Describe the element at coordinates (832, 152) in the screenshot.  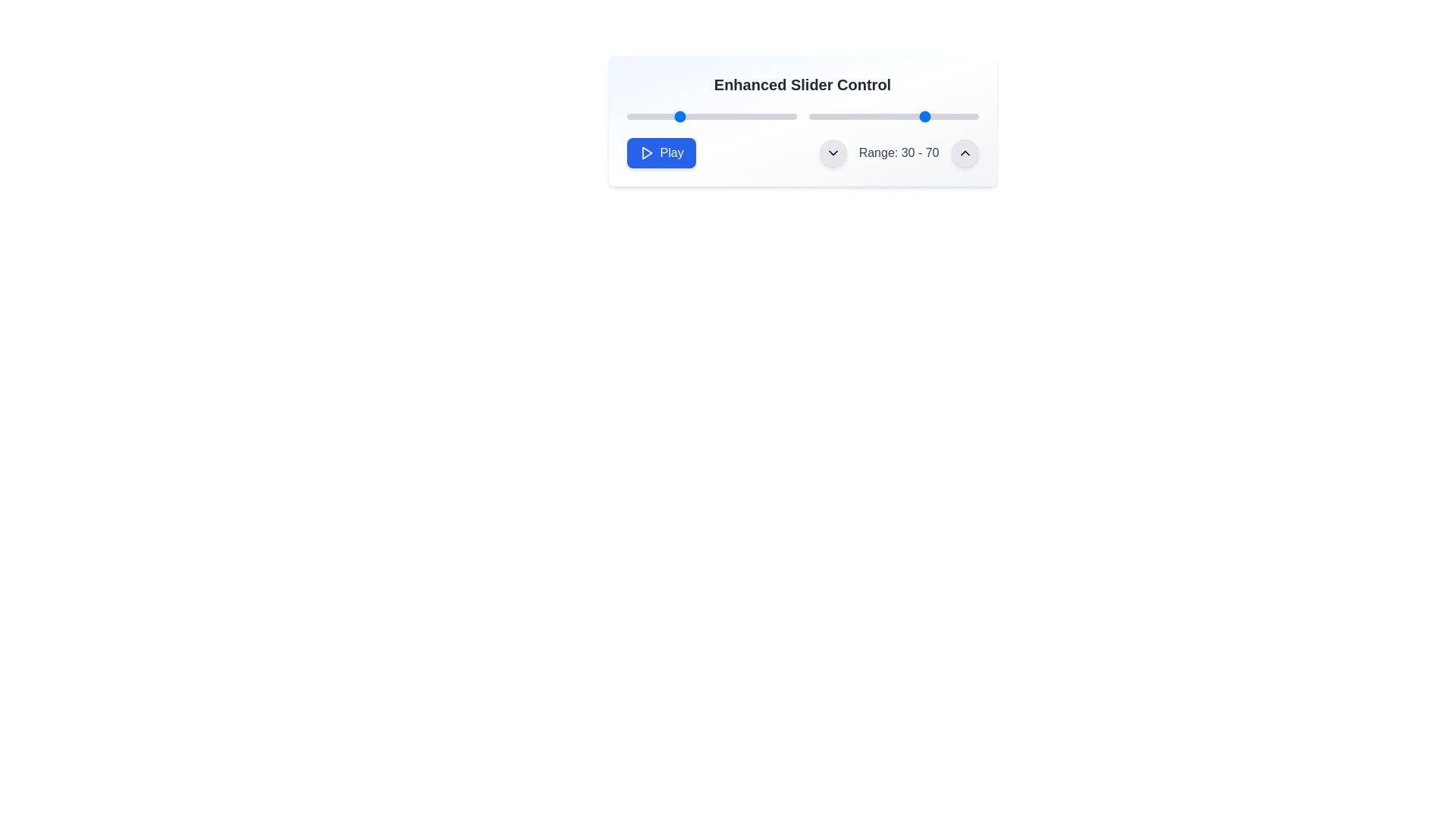
I see `the chevron-down icon located inside the rounded button next to the range text 'Range: 30 - 70'` at that location.